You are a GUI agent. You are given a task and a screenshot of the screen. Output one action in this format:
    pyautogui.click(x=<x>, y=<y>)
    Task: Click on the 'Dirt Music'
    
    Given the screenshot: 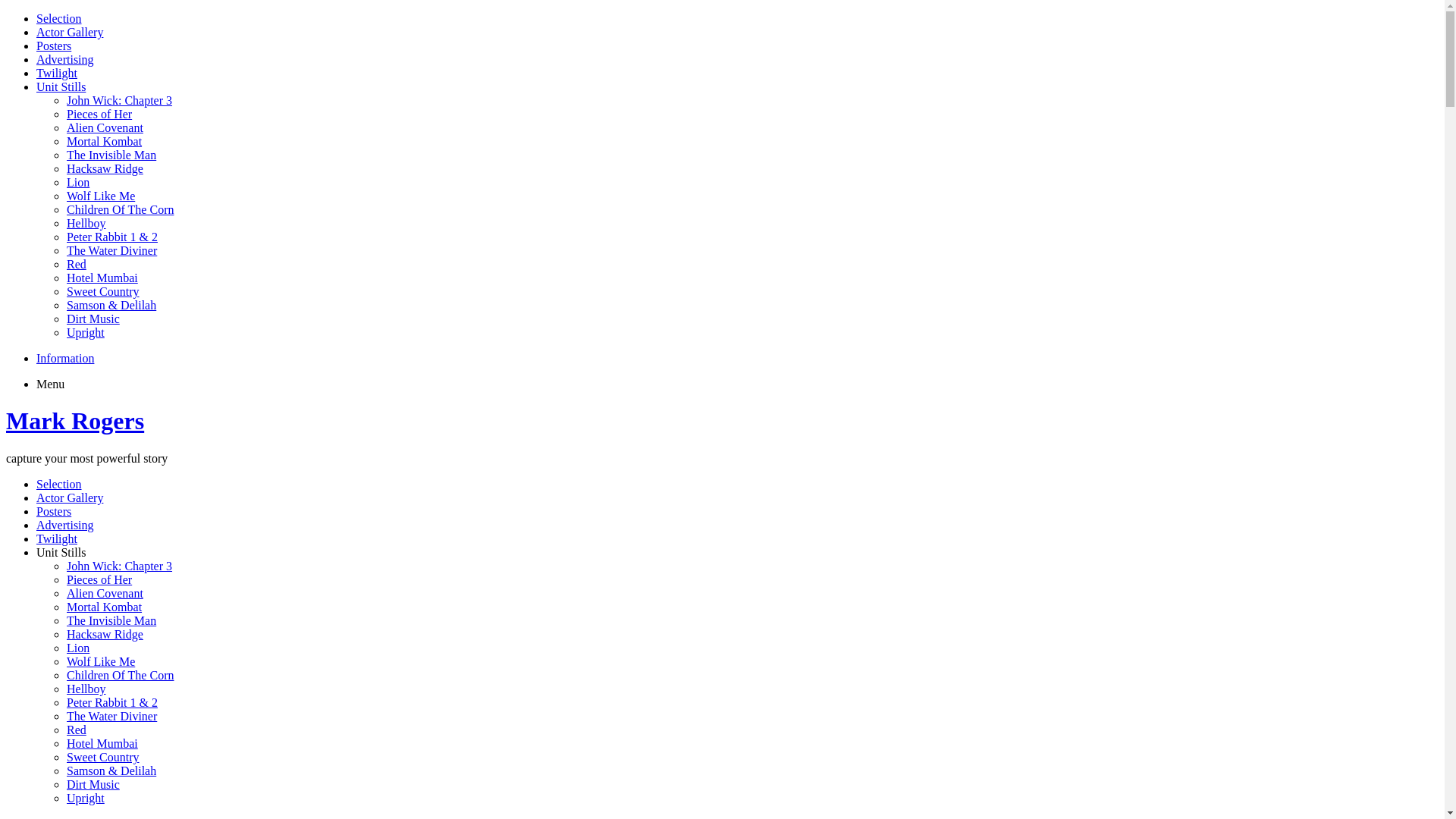 What is the action you would take?
    pyautogui.click(x=93, y=784)
    